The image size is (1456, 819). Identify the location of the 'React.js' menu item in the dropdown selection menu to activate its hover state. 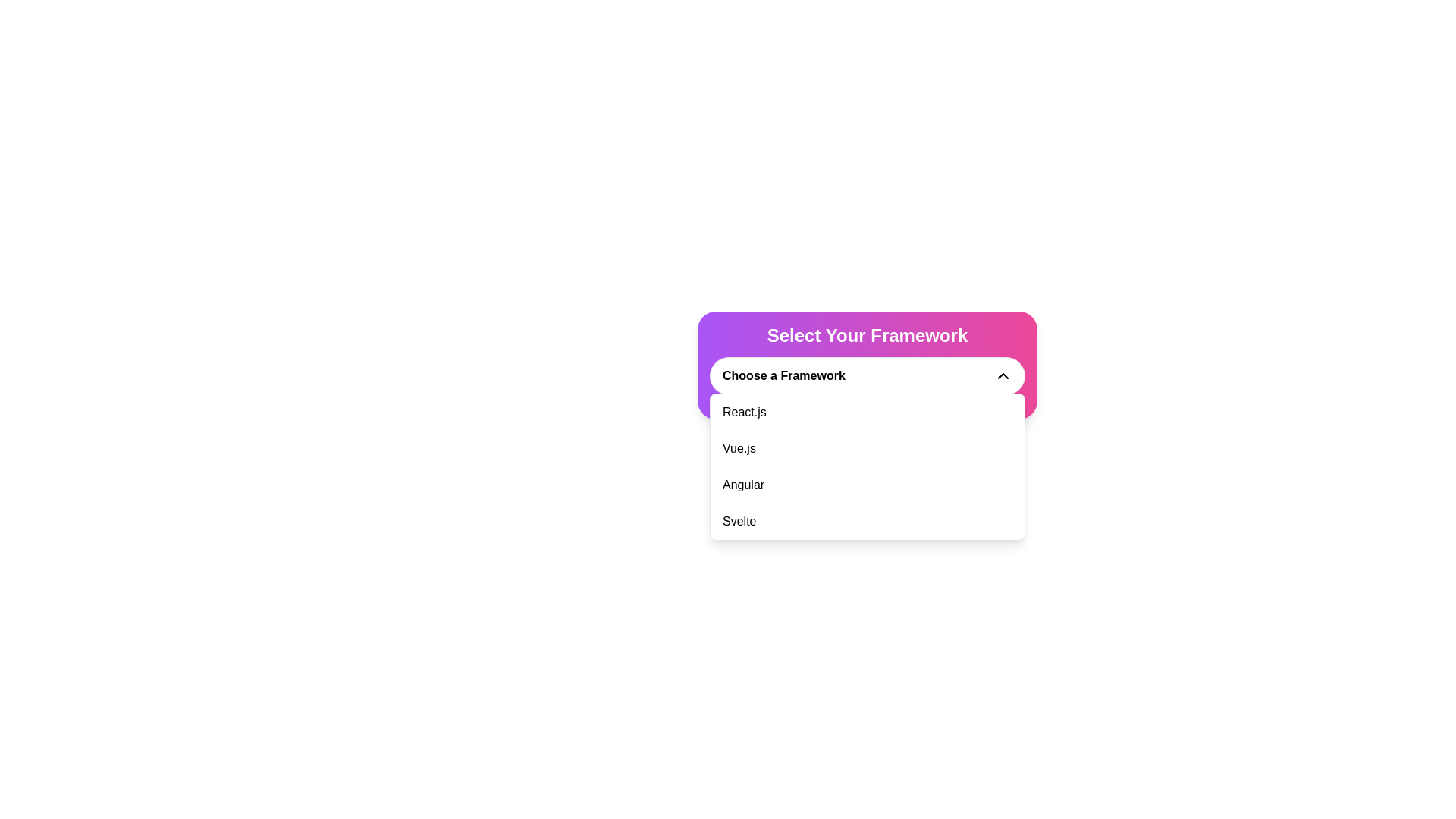
(867, 412).